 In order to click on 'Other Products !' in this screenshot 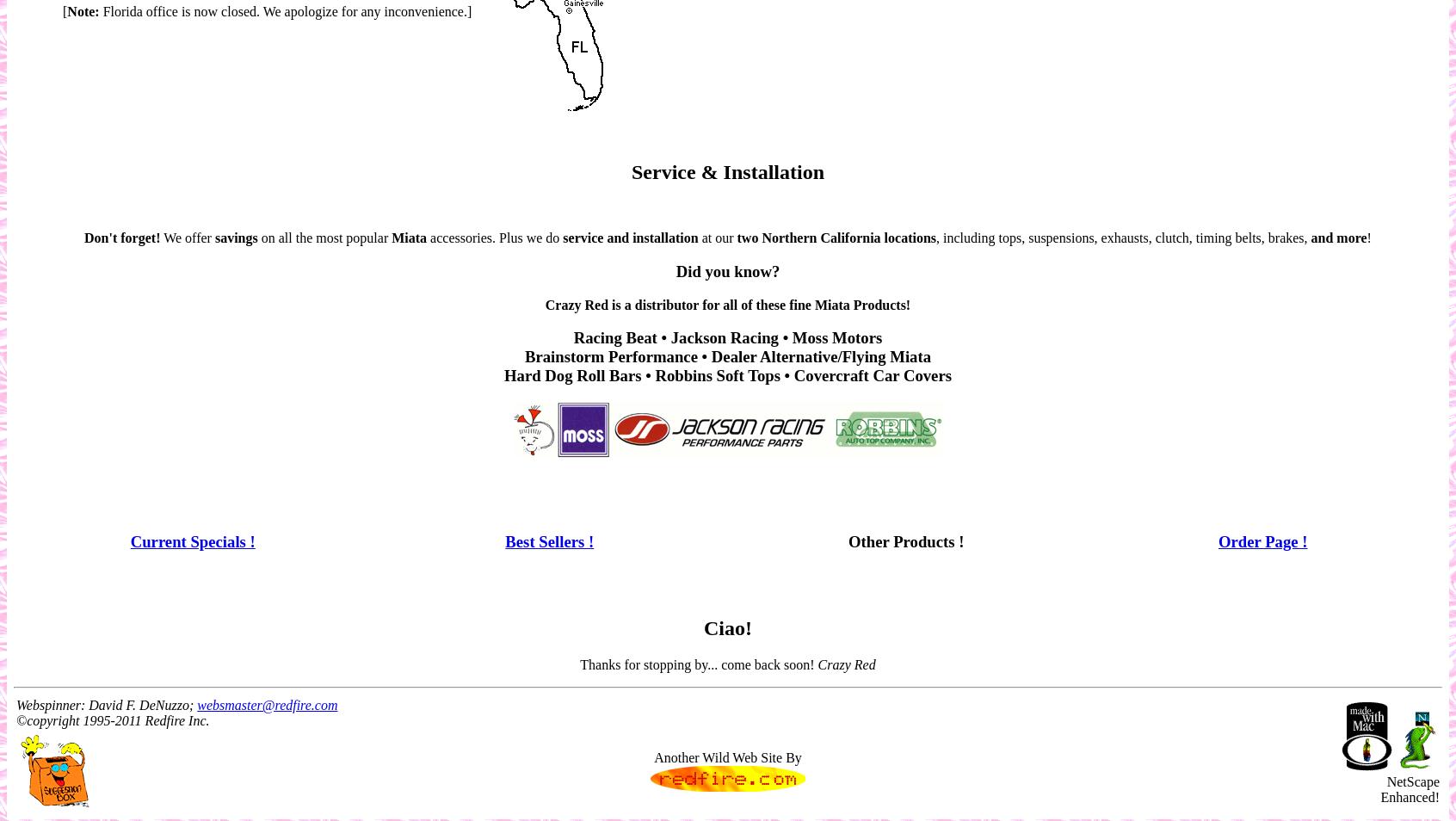, I will do `click(904, 540)`.